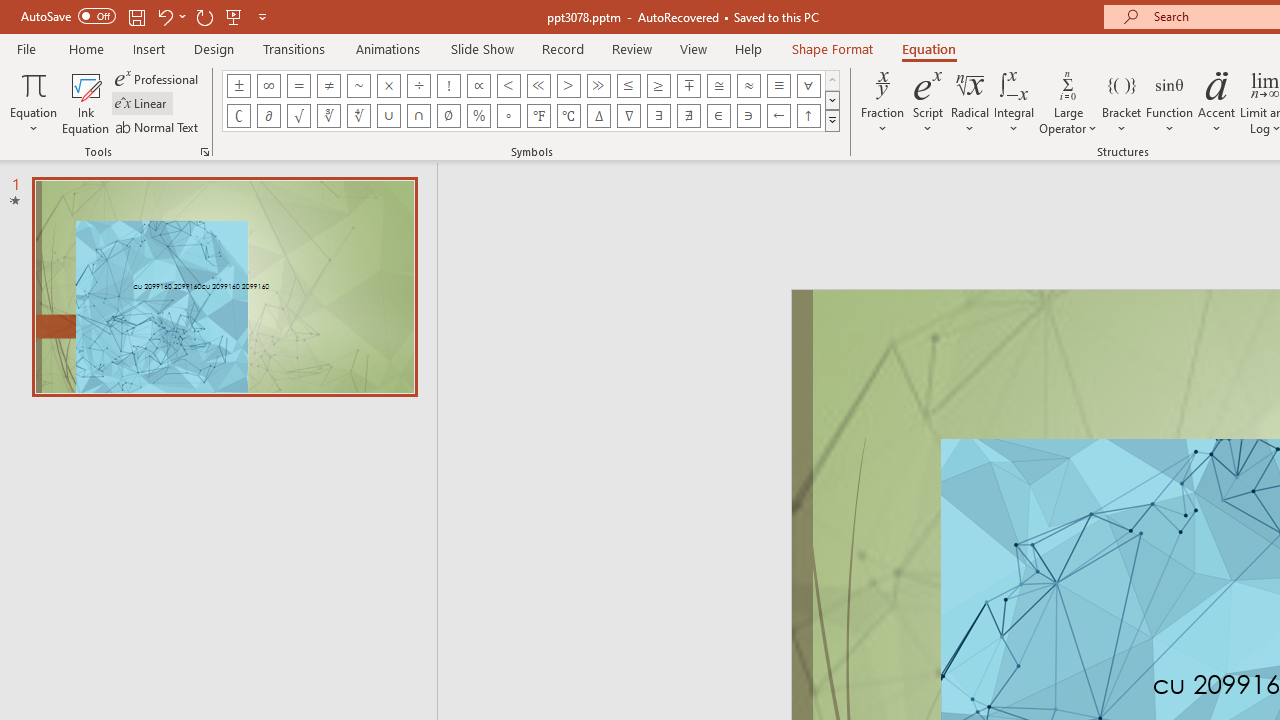 This screenshot has width=1280, height=720. Describe the element at coordinates (567, 115) in the screenshot. I see `'Equation Symbol Degrees Celsius'` at that location.